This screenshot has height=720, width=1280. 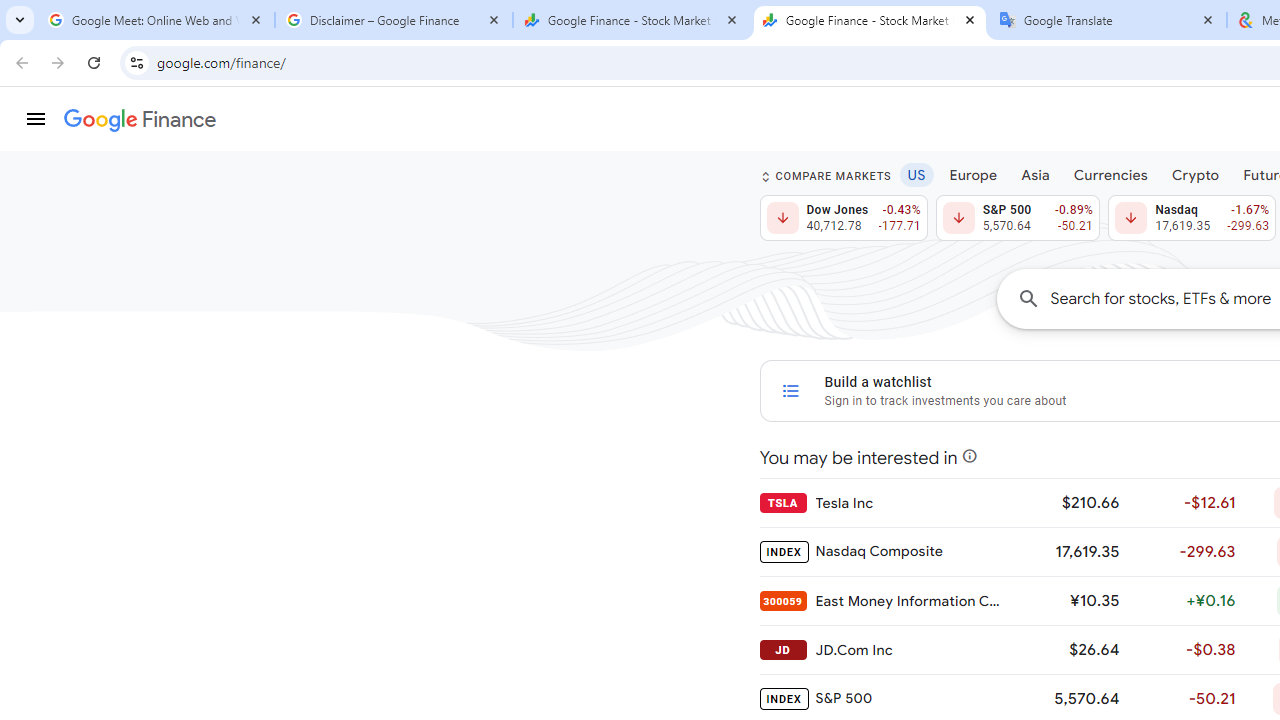 What do you see at coordinates (139, 120) in the screenshot?
I see `'Finance'` at bounding box center [139, 120].